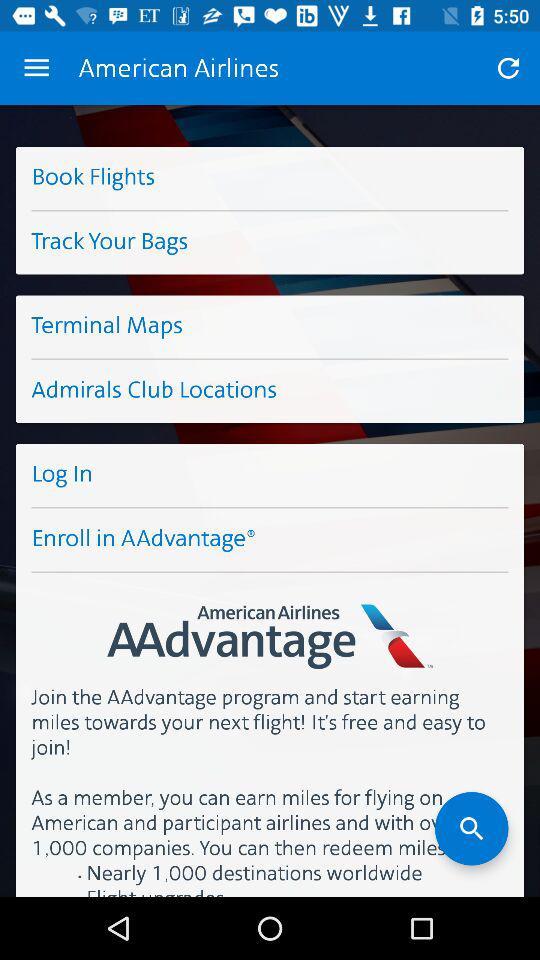  What do you see at coordinates (36, 68) in the screenshot?
I see `the icon next to american airlines` at bounding box center [36, 68].